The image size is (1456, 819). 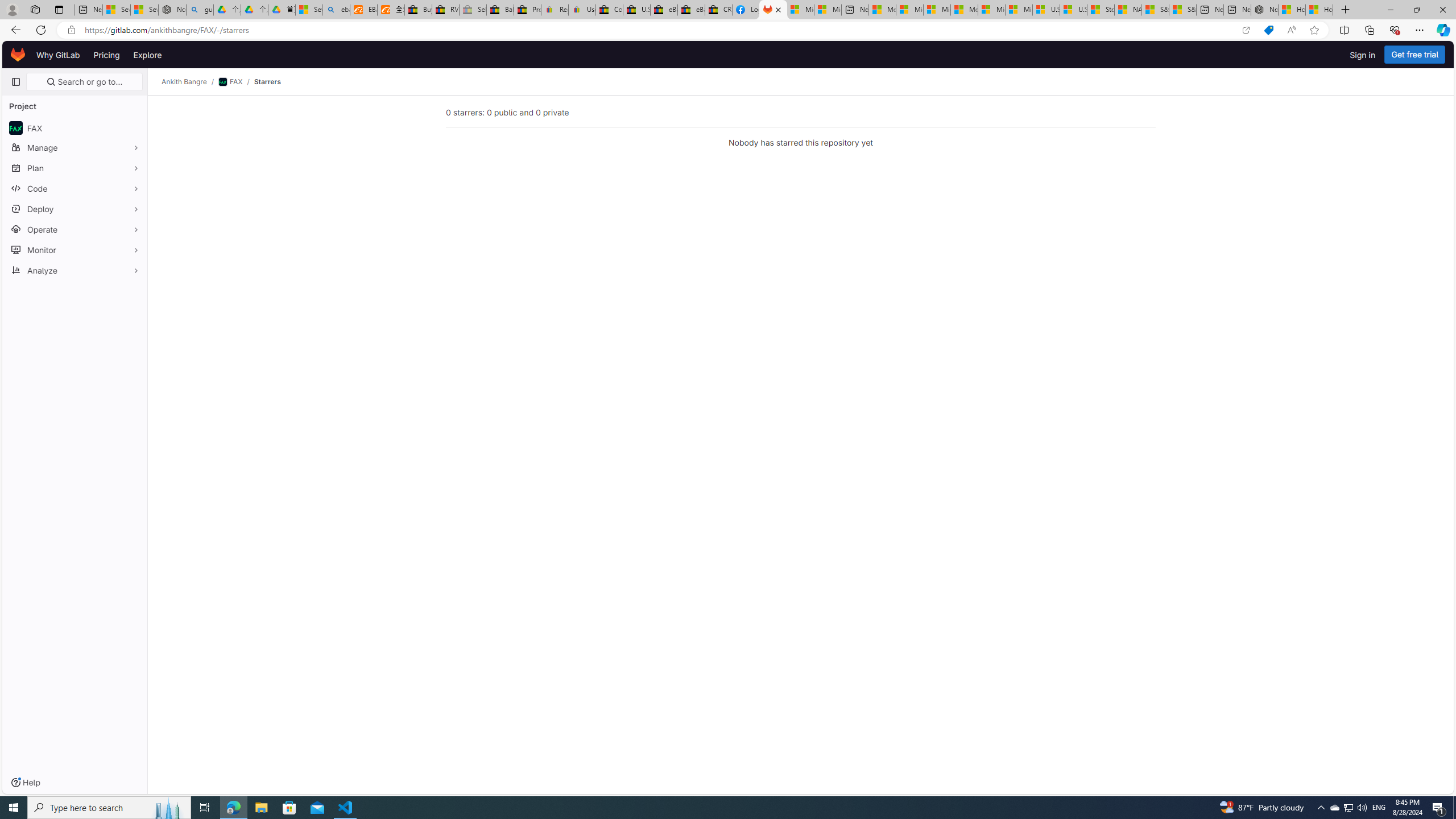 I want to click on 'Monitor', so click(x=74, y=249).